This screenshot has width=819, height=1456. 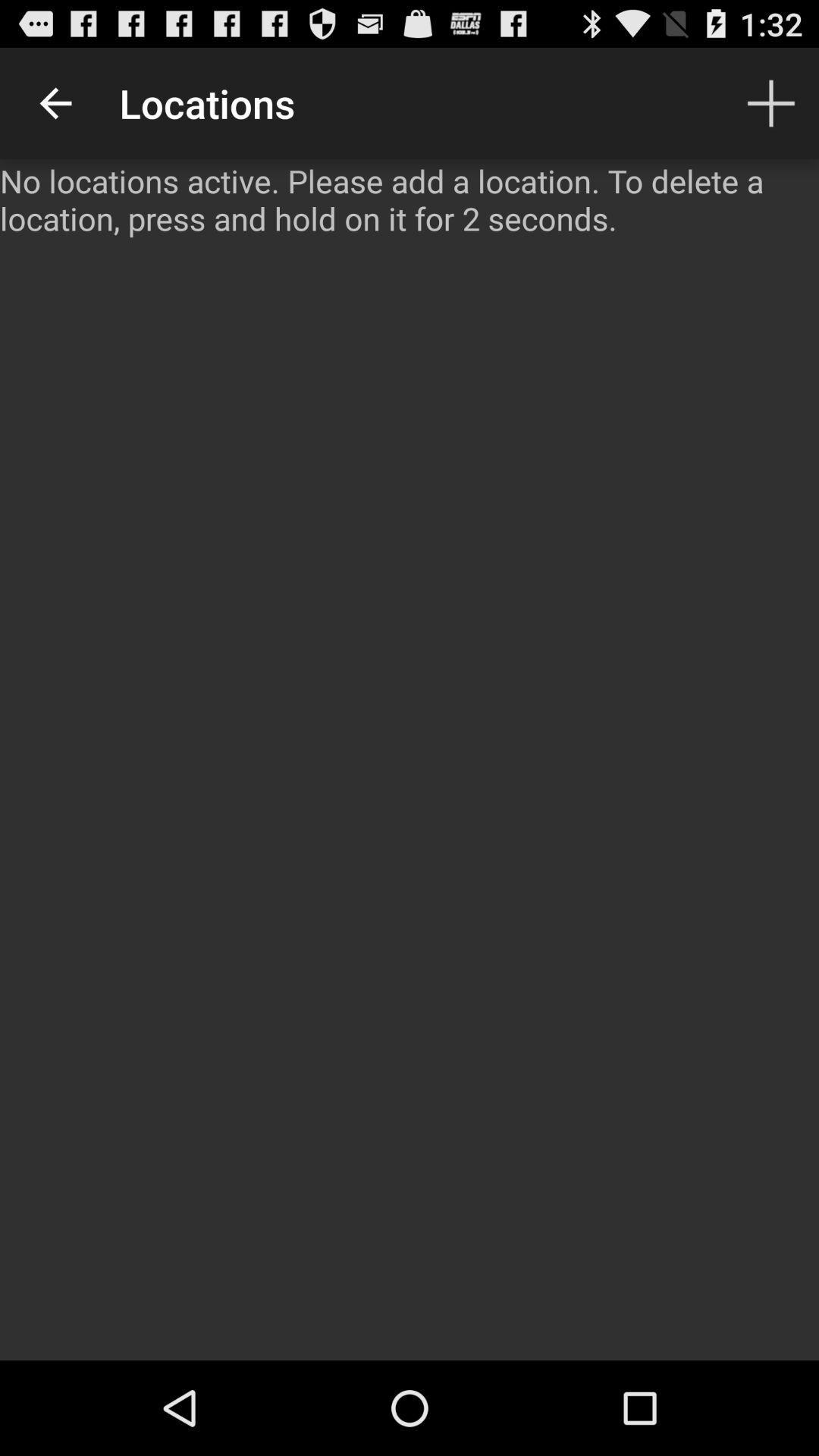 What do you see at coordinates (55, 102) in the screenshot?
I see `item above the no locations active` at bounding box center [55, 102].